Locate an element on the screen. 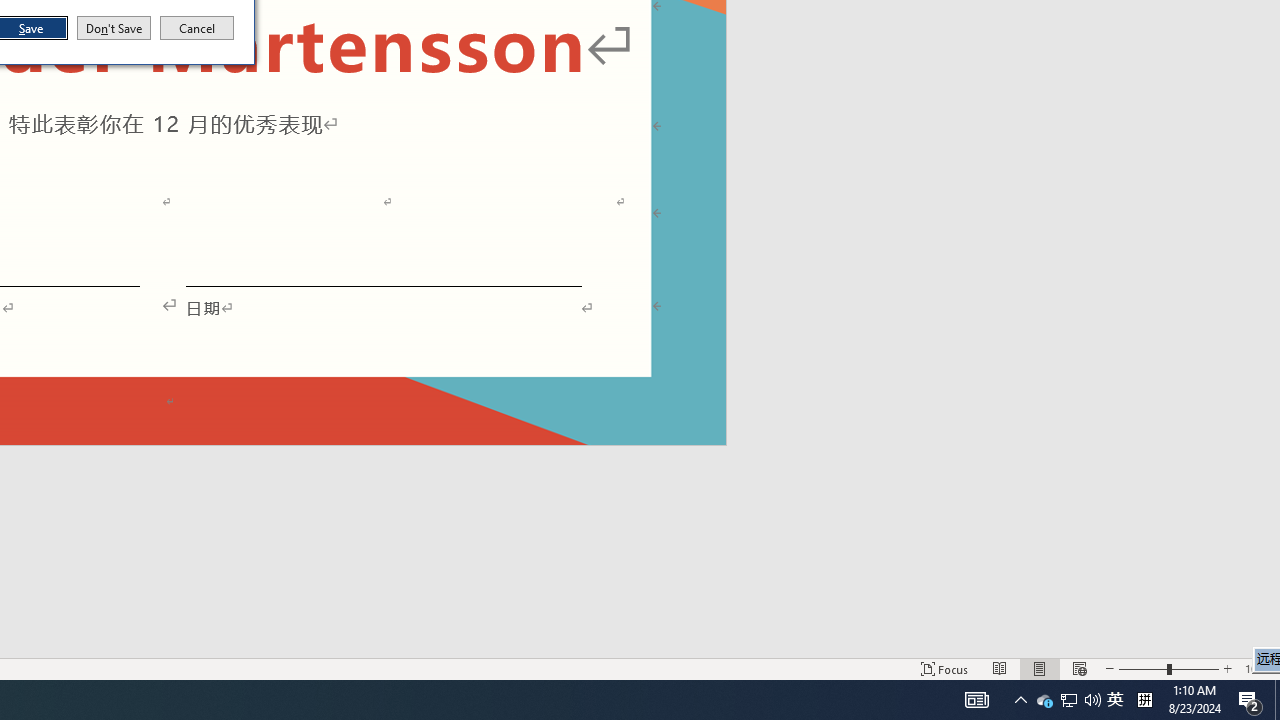  'Show desktop' is located at coordinates (1276, 698).